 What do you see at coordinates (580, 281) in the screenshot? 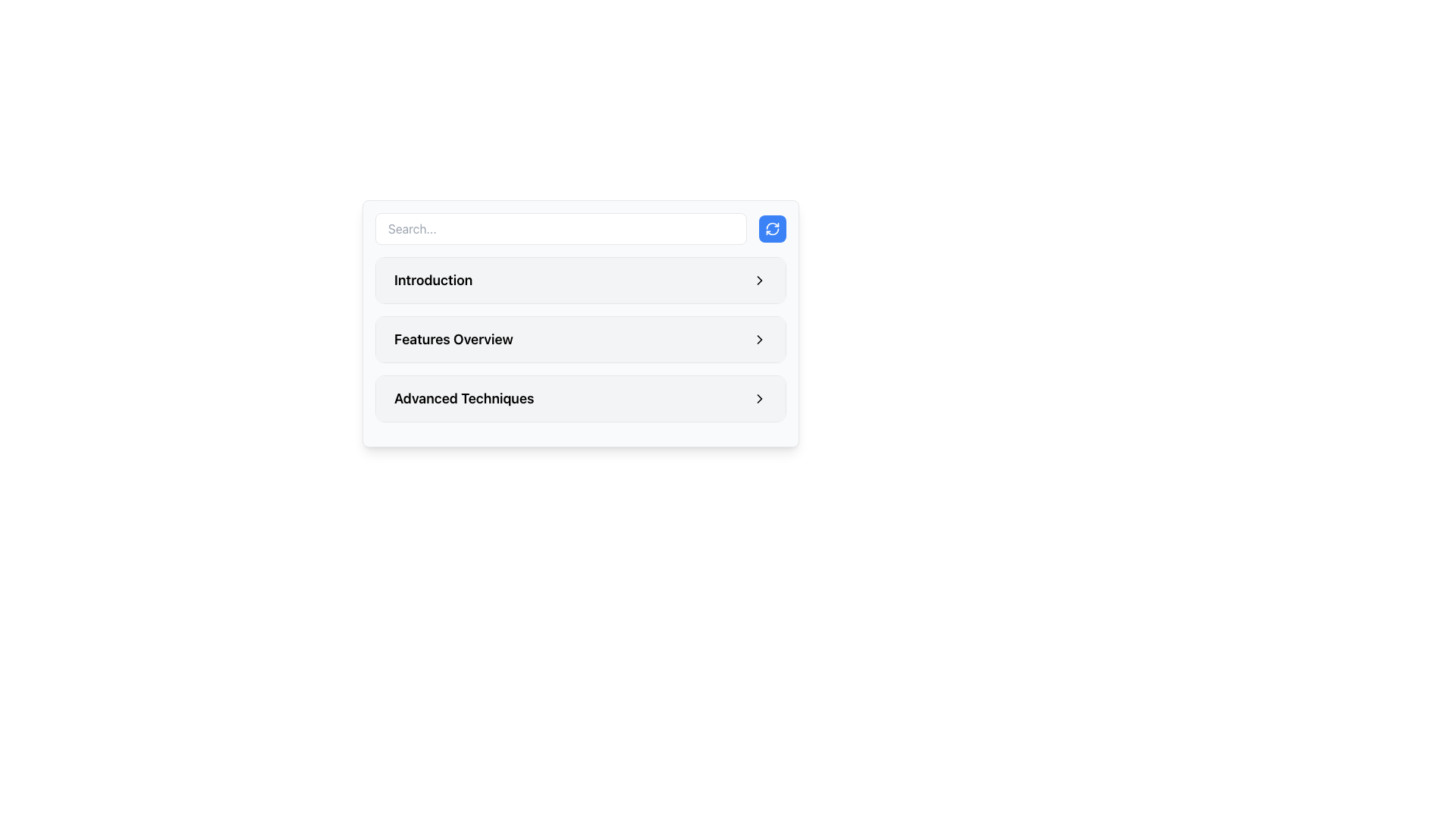
I see `the first button in the vertical stack` at bounding box center [580, 281].